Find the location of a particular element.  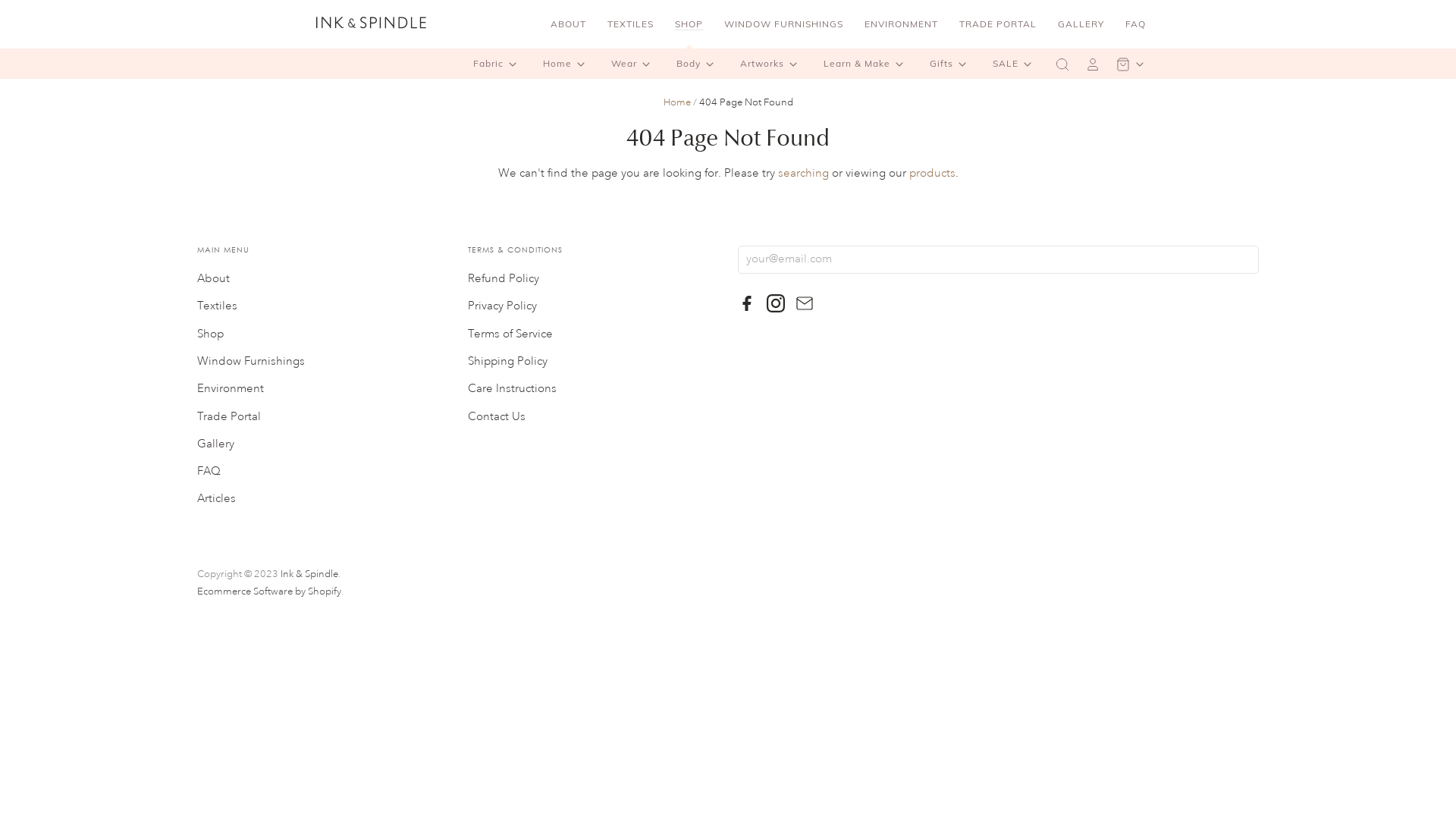

'Wear' is located at coordinates (633, 63).